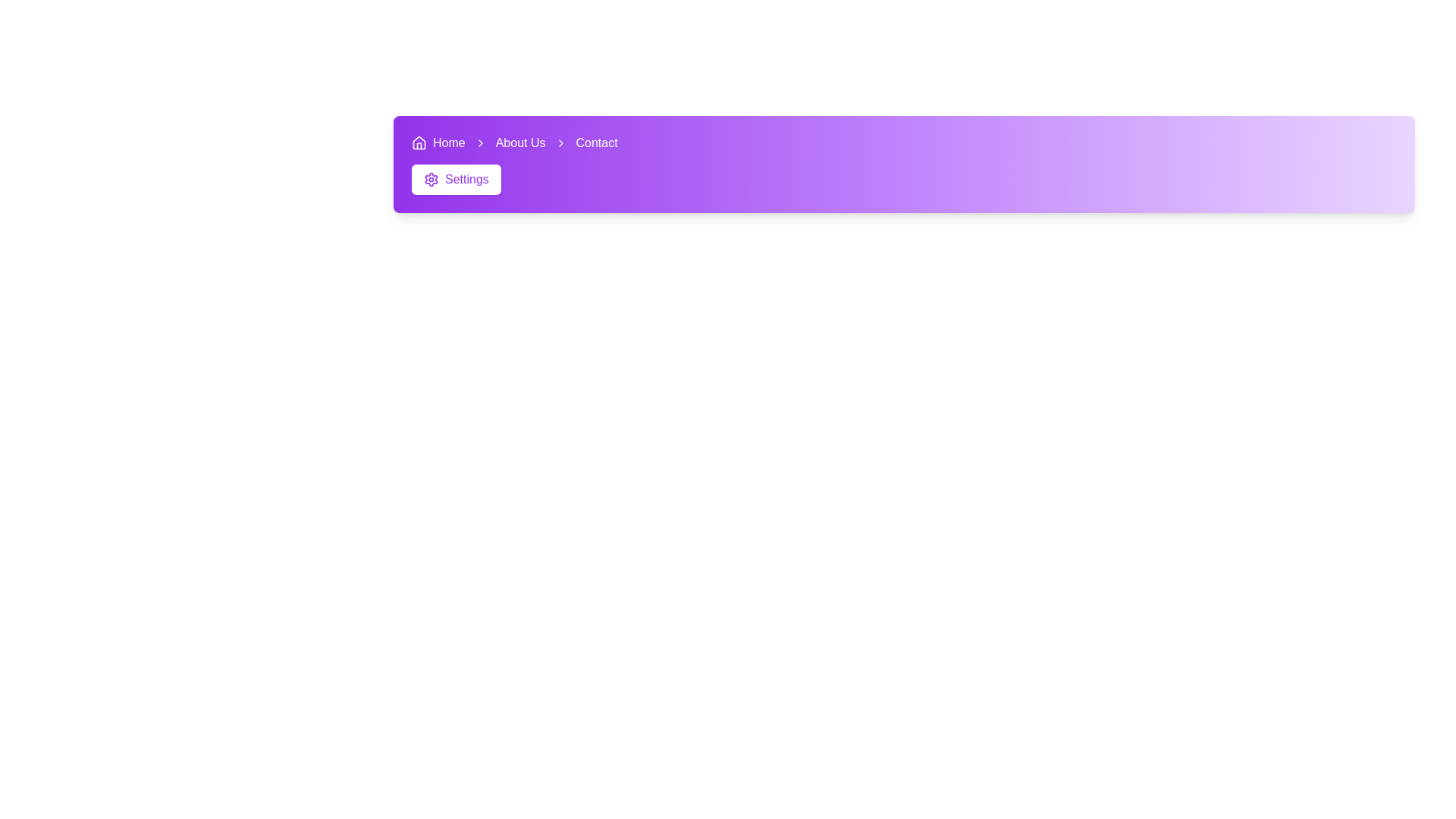  I want to click on the 'Home' navigation link, which is the first item, so click(437, 143).